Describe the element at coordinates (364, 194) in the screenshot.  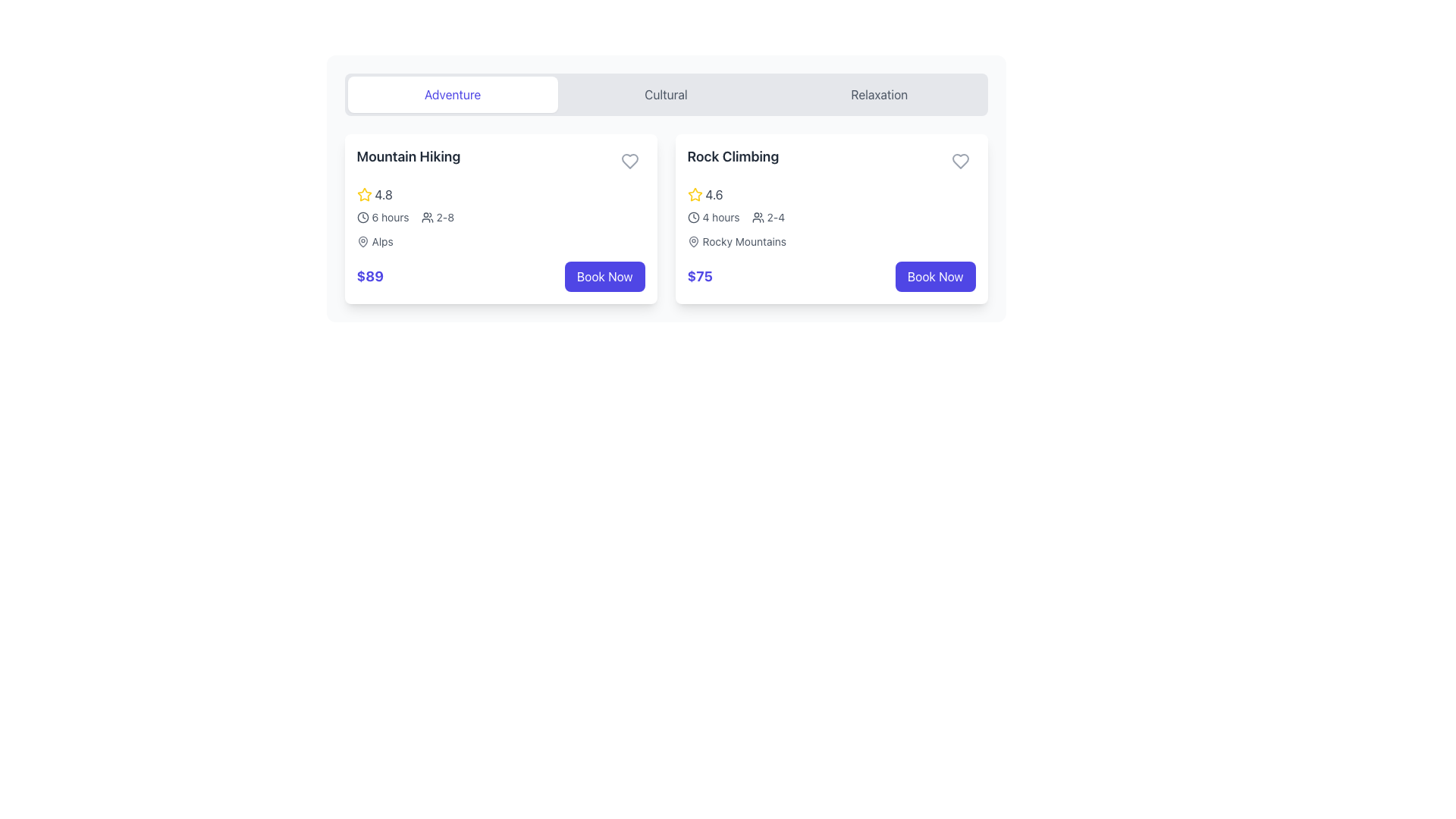
I see `the star icon that represents a rating, located to the left of the numerical text '4.8' within the rating section of the left card` at that location.